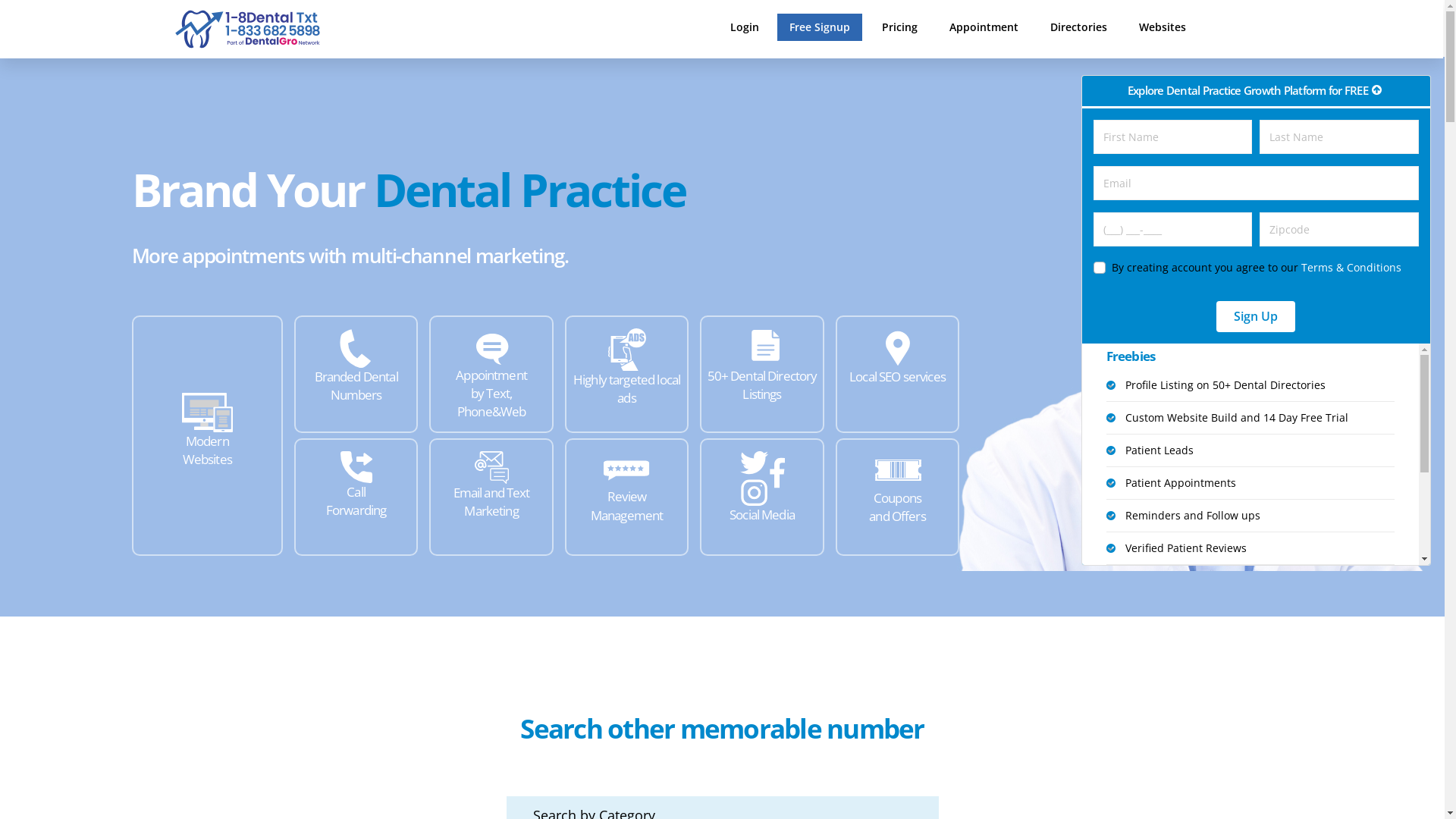  I want to click on 'Coupons, so click(835, 497).